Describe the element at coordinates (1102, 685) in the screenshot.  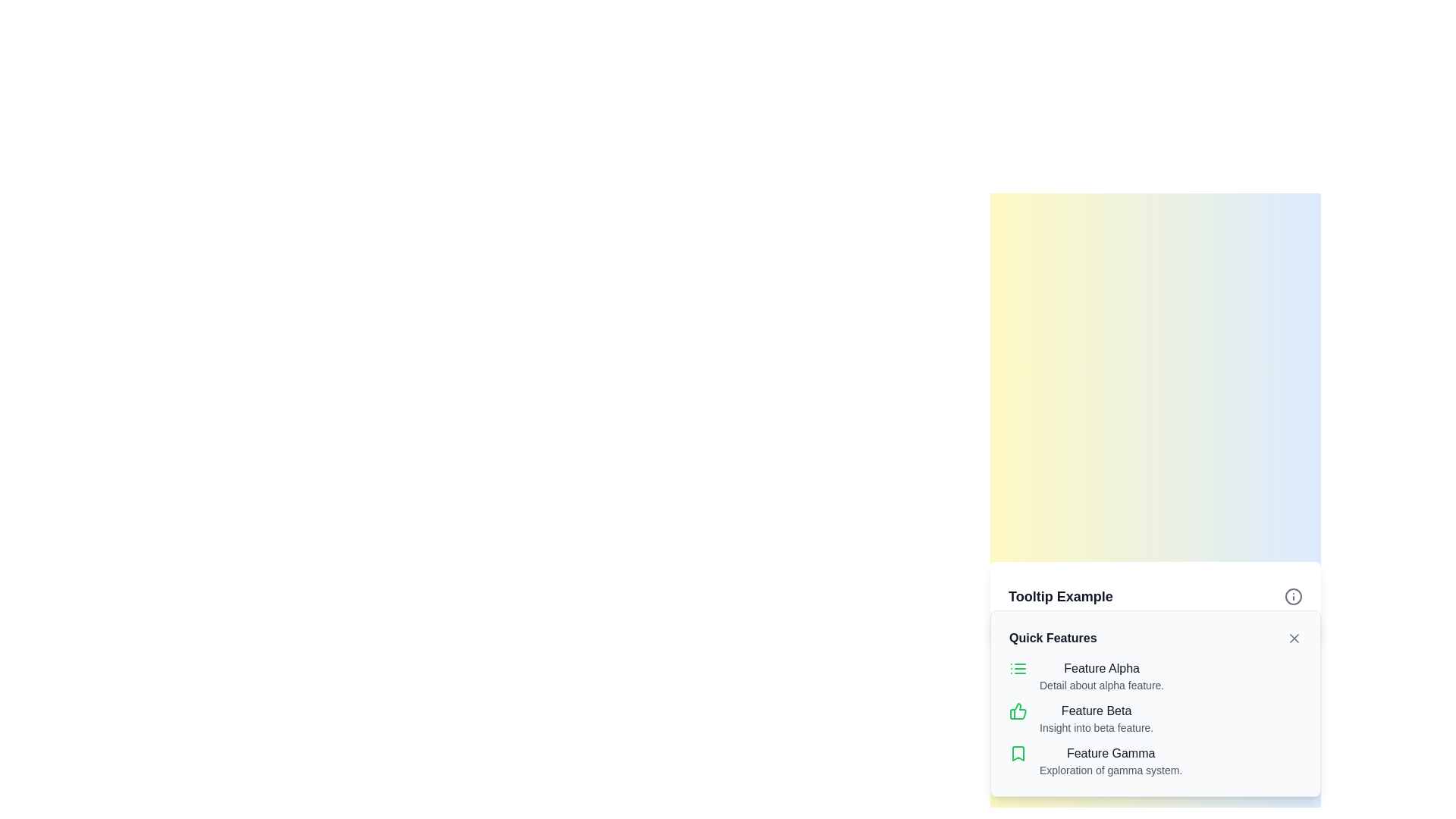
I see `the informative label that reads 'Detail about alpha feature', which is styled in smaller gray font and positioned directly below 'Feature Alpha' in the 'Quick Features' section` at that location.